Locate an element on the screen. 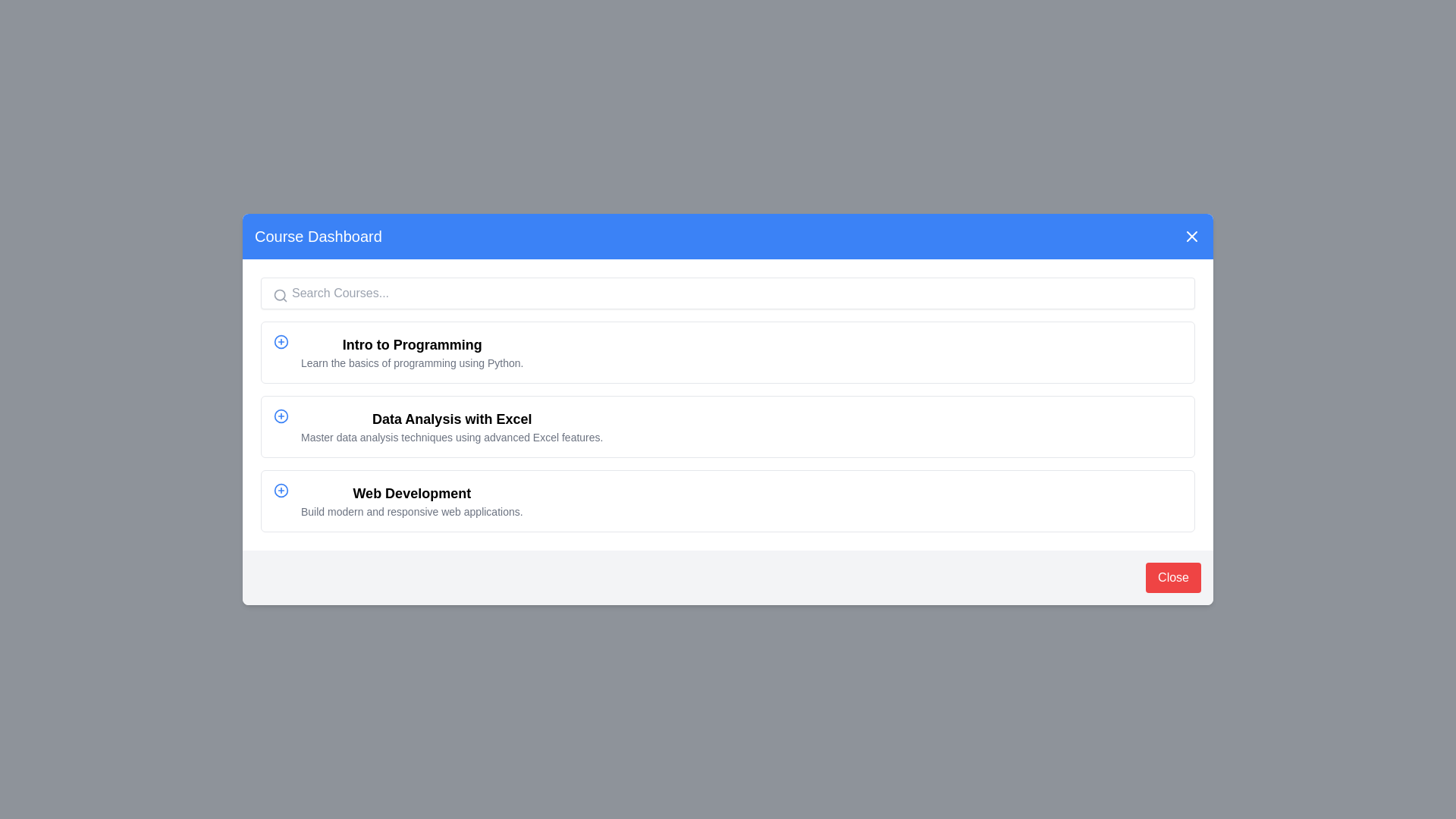  the Circular SVG graphic that is part of the search icon in the search input bar located near the top of the interface is located at coordinates (280, 295).